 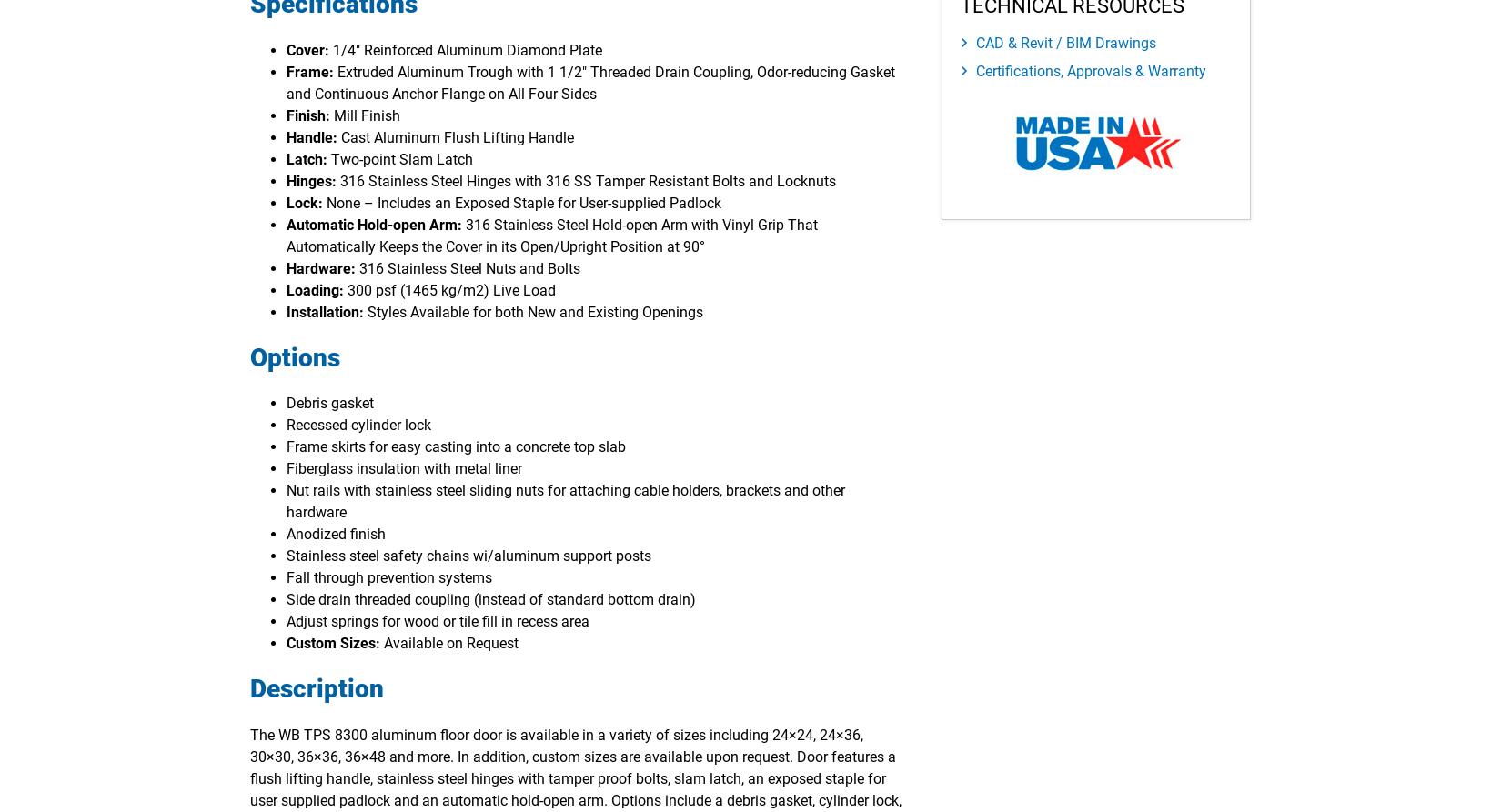 I want to click on 'None – Includes an Exposed Staple for User-supplied Padlock', so click(x=521, y=201).